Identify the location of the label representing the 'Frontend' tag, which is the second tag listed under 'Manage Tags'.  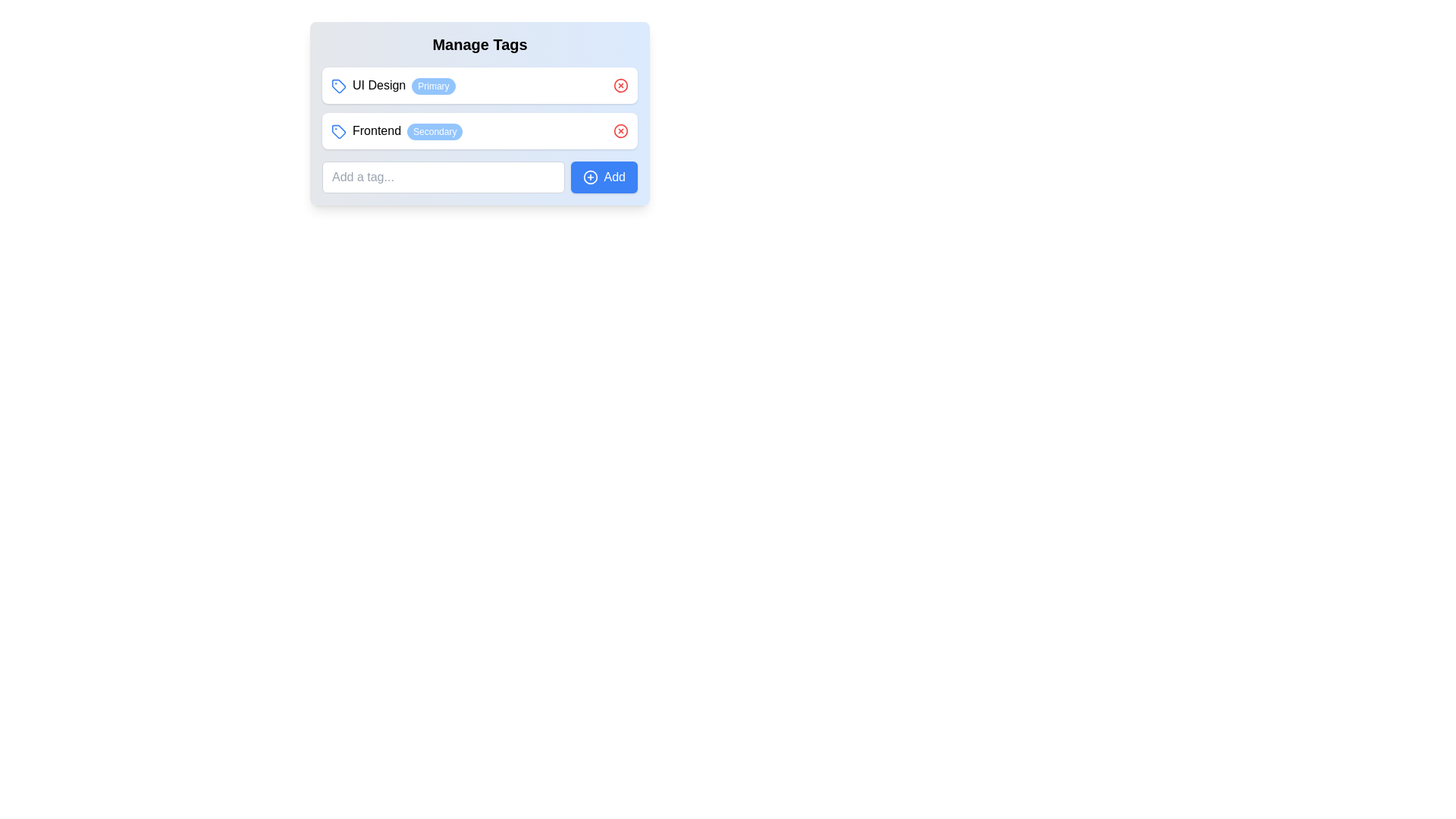
(397, 130).